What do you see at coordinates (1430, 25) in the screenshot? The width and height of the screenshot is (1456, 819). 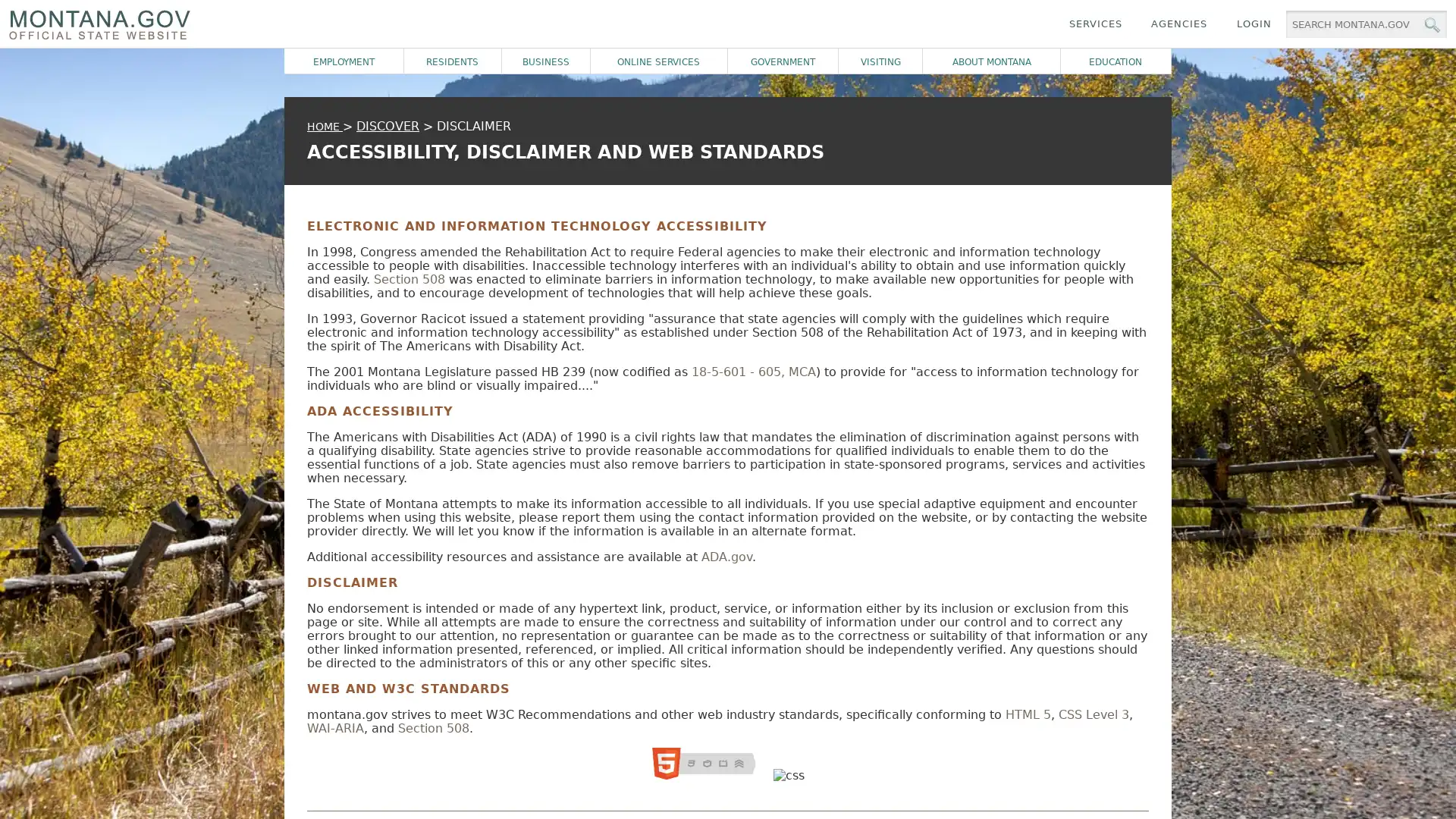 I see `MT.gov Search Button` at bounding box center [1430, 25].